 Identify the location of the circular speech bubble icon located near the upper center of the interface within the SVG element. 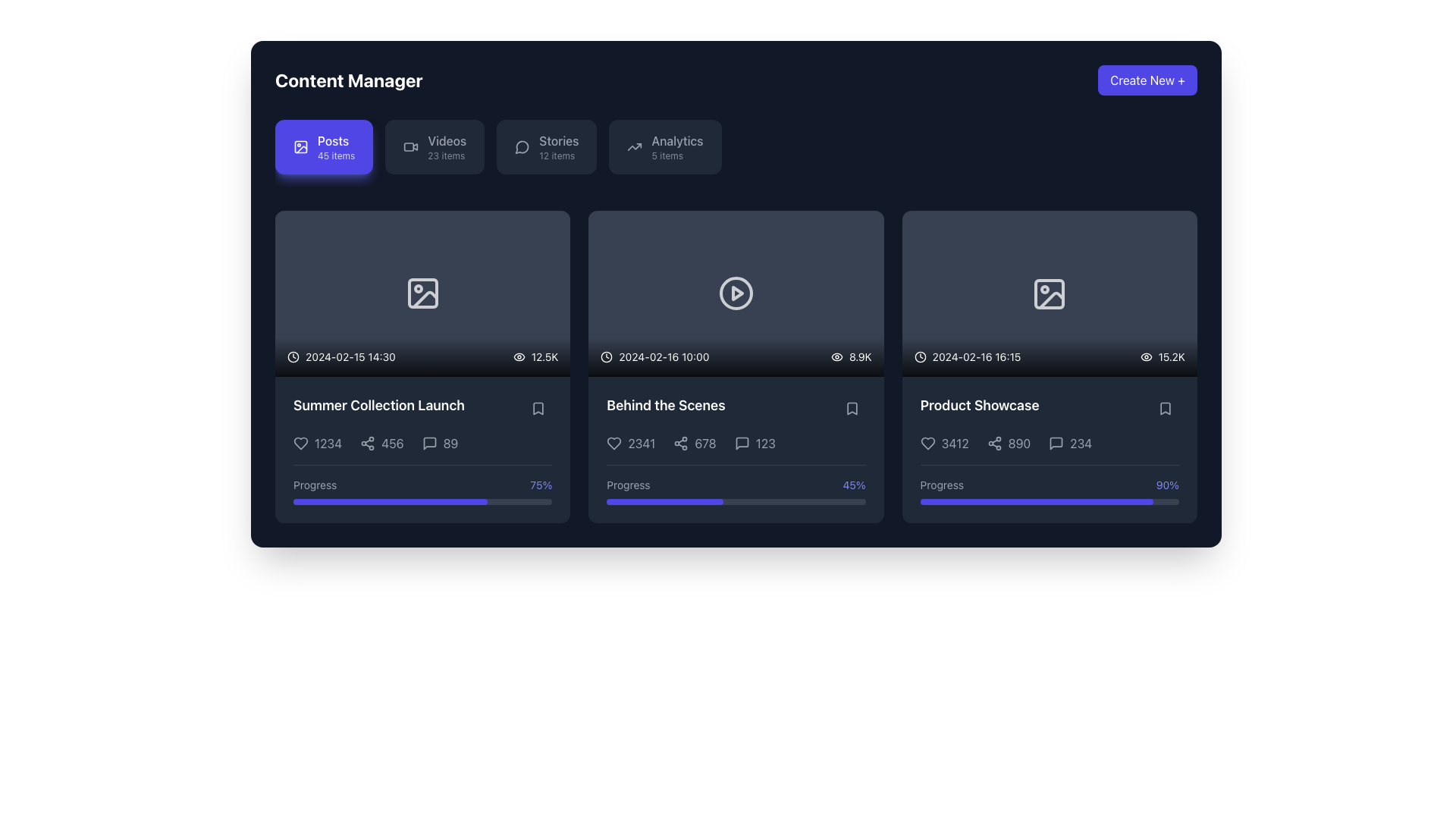
(522, 147).